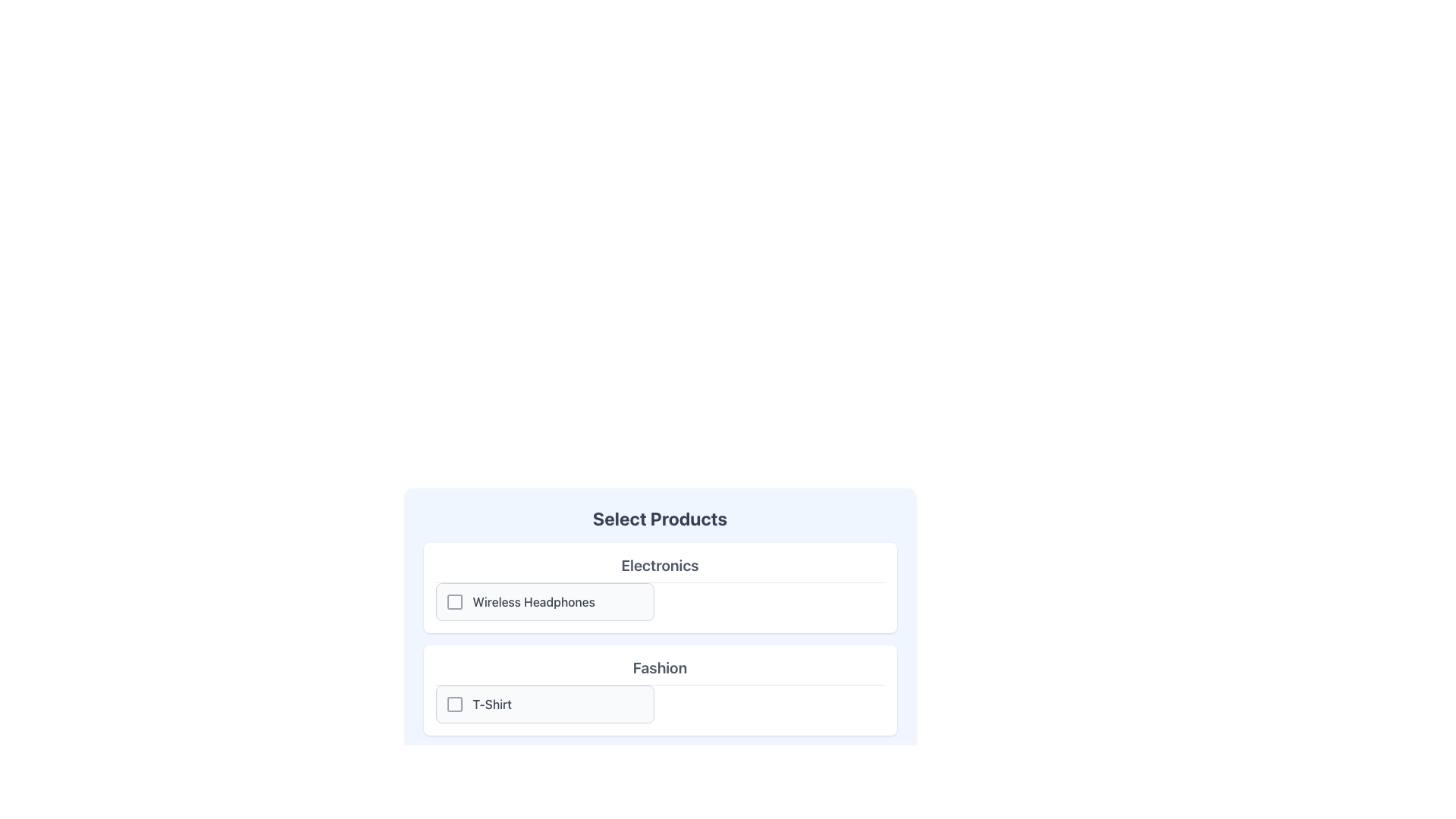 The height and width of the screenshot is (819, 1456). What do you see at coordinates (492, 704) in the screenshot?
I see `the static text label indicating the name of the product associated with the checkbox in the 'Fashion' category under 'Select Products'` at bounding box center [492, 704].